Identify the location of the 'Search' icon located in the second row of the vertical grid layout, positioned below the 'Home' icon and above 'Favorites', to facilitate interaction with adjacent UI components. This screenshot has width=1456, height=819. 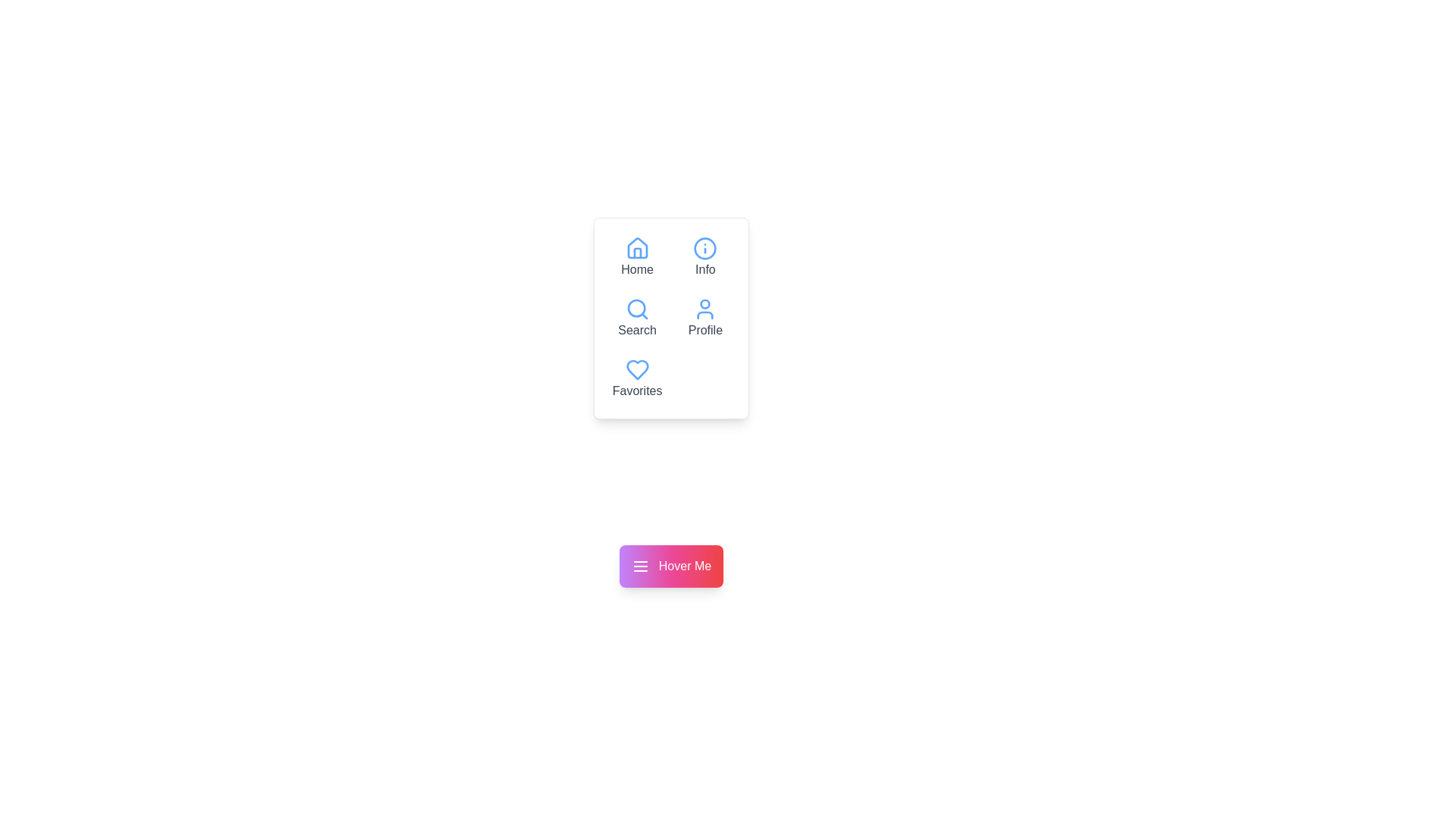
(636, 307).